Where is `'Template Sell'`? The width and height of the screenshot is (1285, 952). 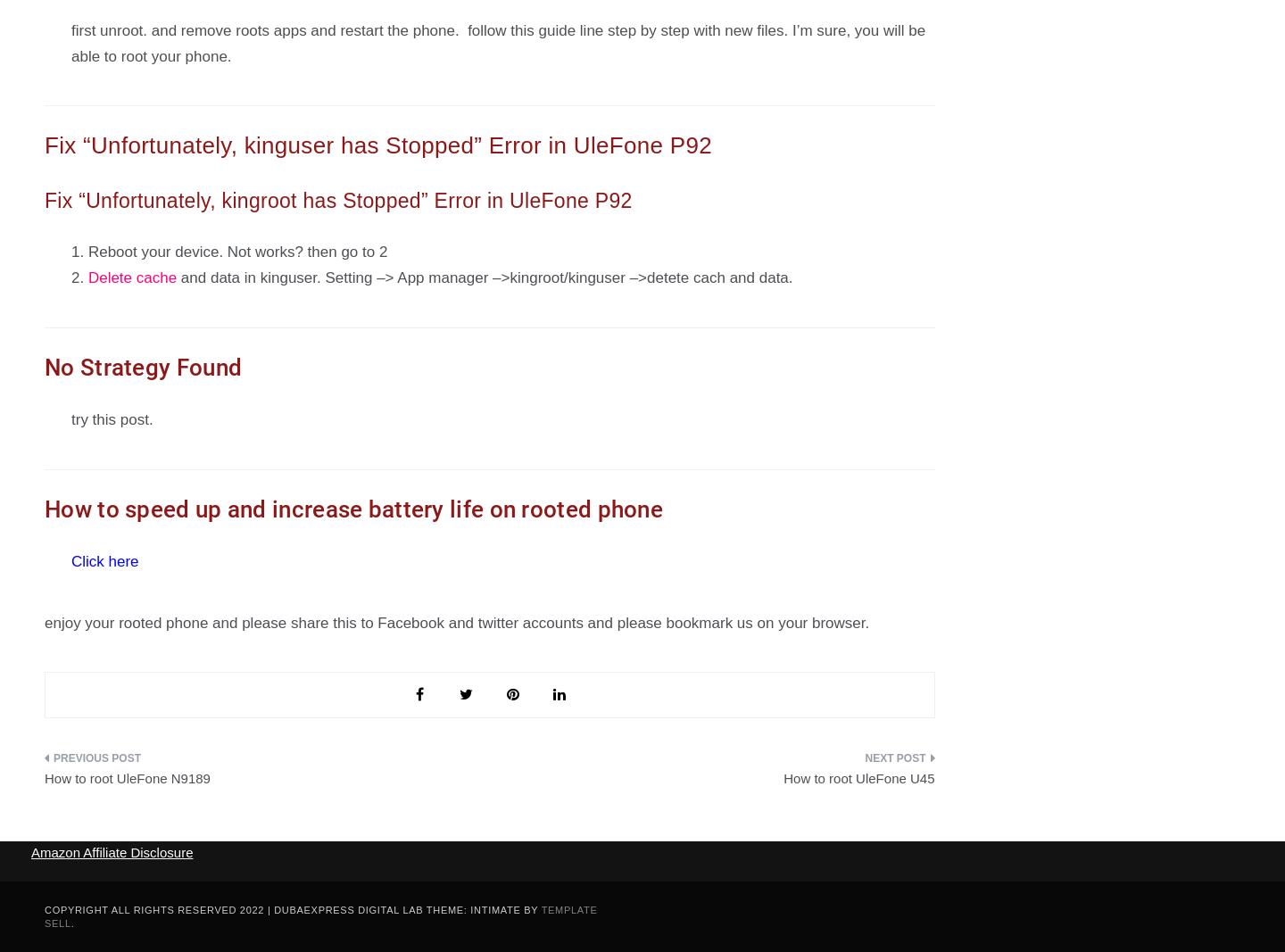
'Template Sell' is located at coordinates (320, 915).